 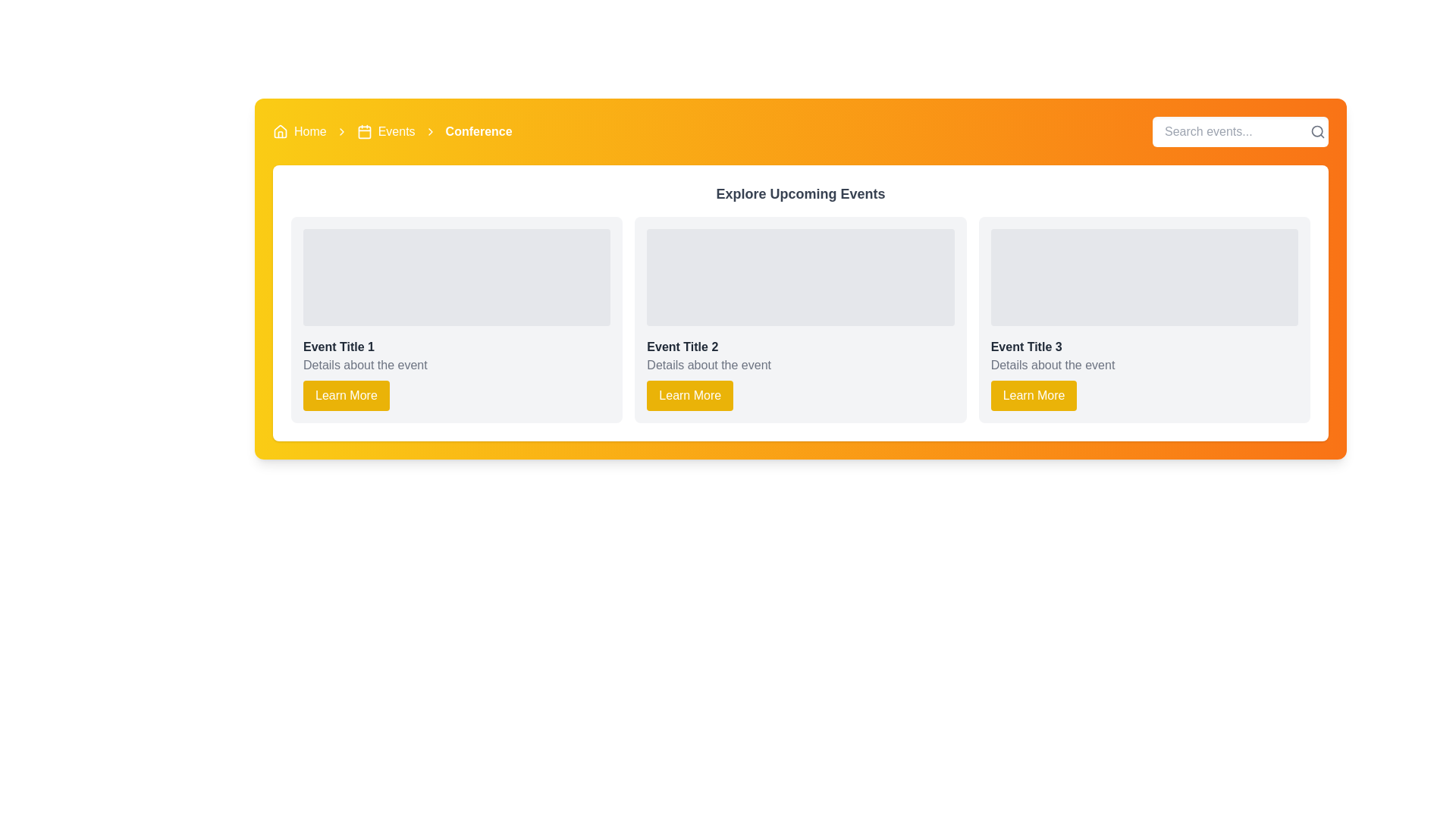 What do you see at coordinates (340, 130) in the screenshot?
I see `the SVG Icon that serves as a visual separator between the 'Home' and 'Events' breadcrumb navigation items` at bounding box center [340, 130].